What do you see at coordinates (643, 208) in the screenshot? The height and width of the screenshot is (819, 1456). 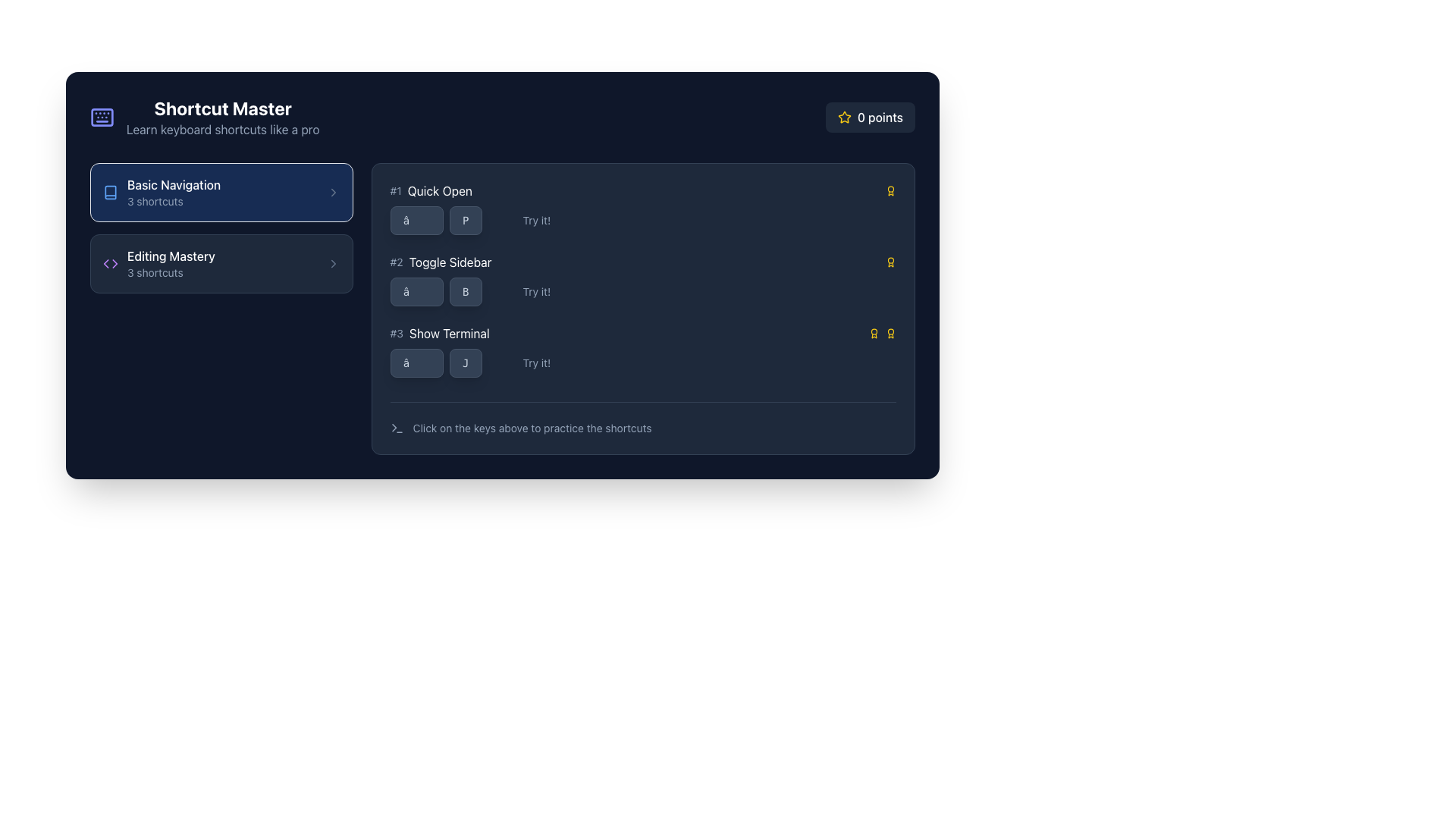 I see `the first list item in the 'Shortcut Master' section that introduces the keyboard shortcut for the 'Quick Open' command` at bounding box center [643, 208].